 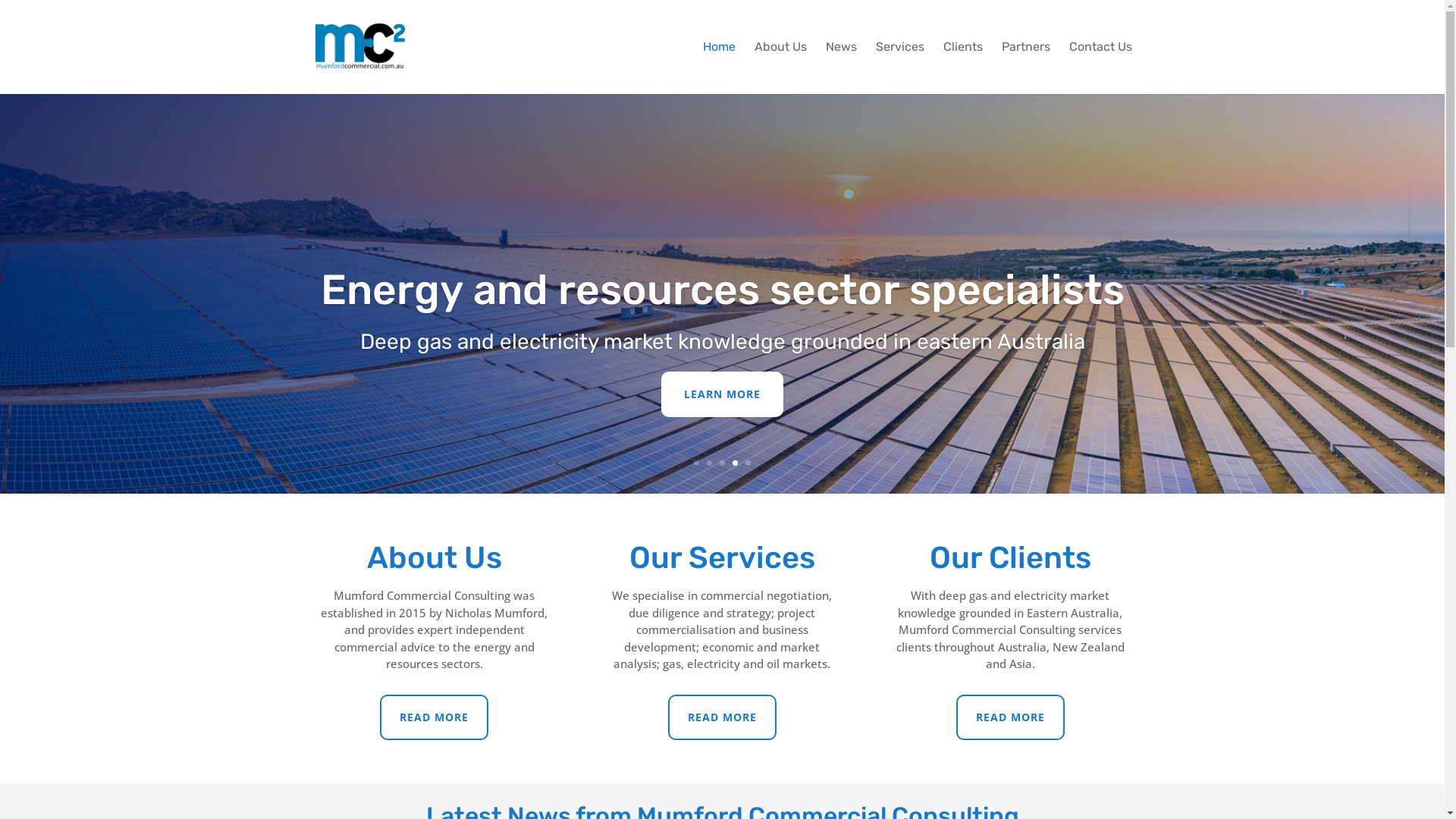 What do you see at coordinates (745, 462) in the screenshot?
I see `'5'` at bounding box center [745, 462].